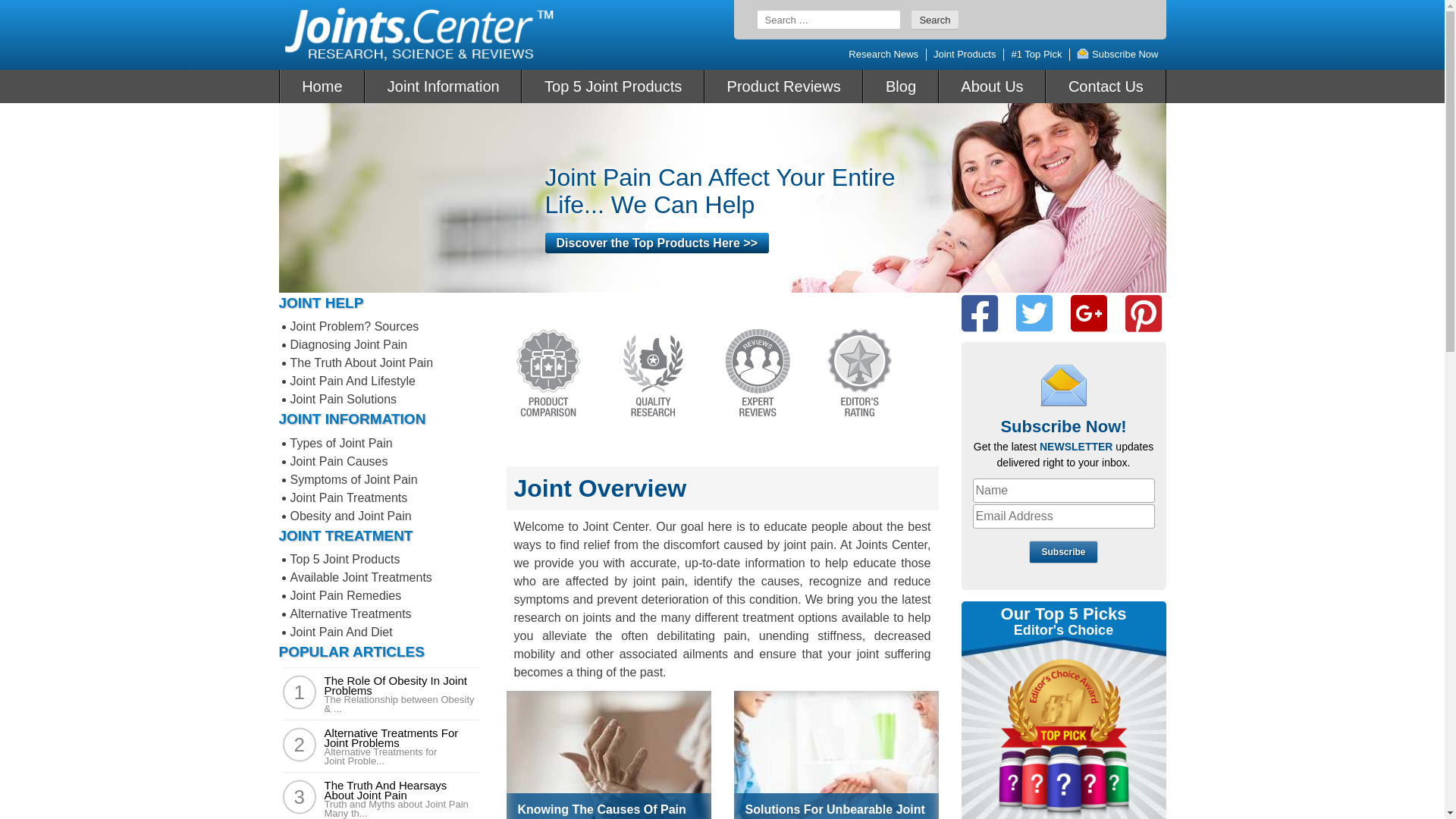  What do you see at coordinates (979, 312) in the screenshot?
I see `'Facebook'` at bounding box center [979, 312].